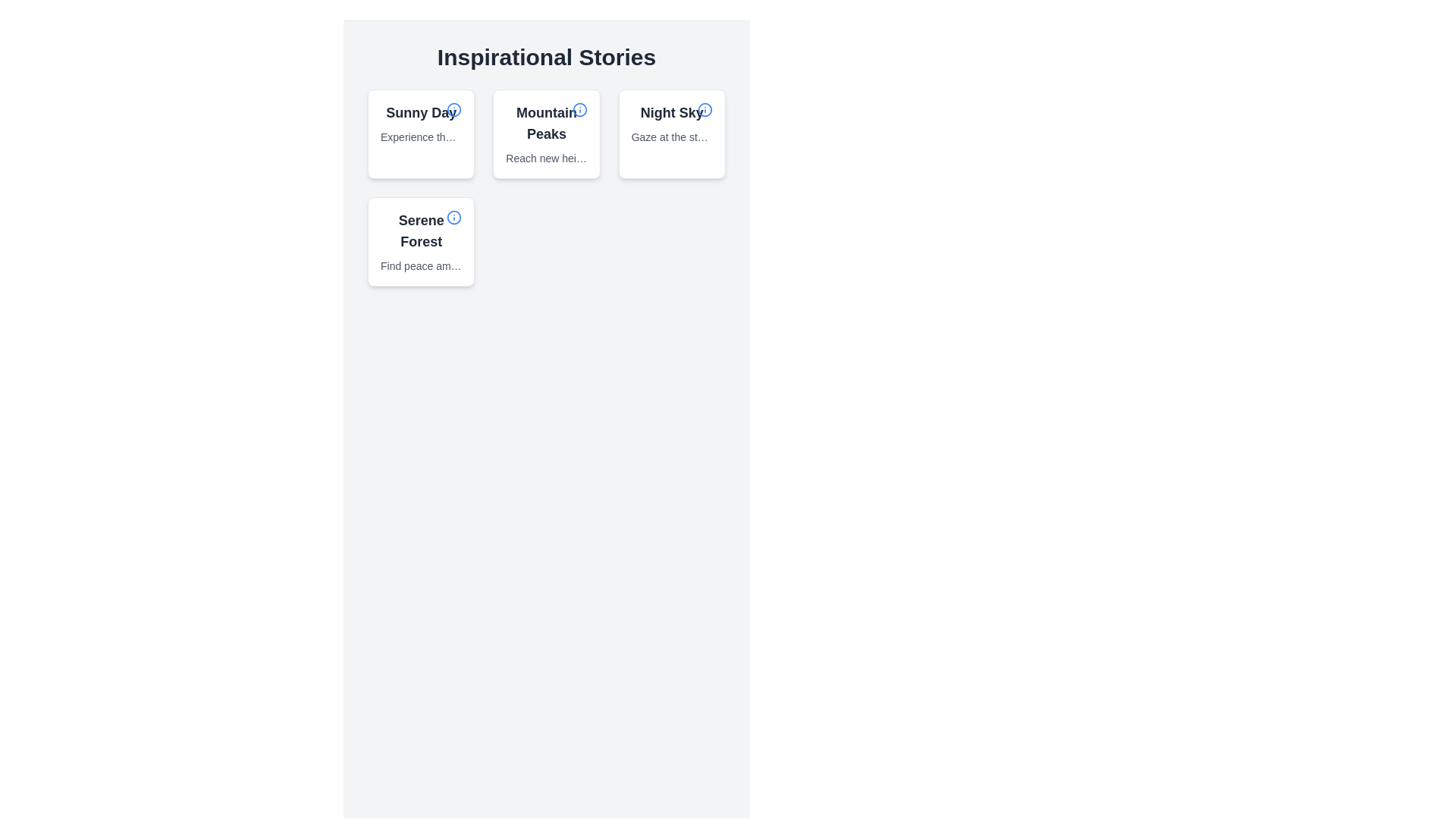 Image resolution: width=1456 pixels, height=819 pixels. Describe the element at coordinates (704, 109) in the screenshot. I see `the circular icon representing the outer boundary of the 'info' icon in the card titled 'Night Sky', located at the top-right corner among the group of cards under 'Inspirational Stories'` at that location.